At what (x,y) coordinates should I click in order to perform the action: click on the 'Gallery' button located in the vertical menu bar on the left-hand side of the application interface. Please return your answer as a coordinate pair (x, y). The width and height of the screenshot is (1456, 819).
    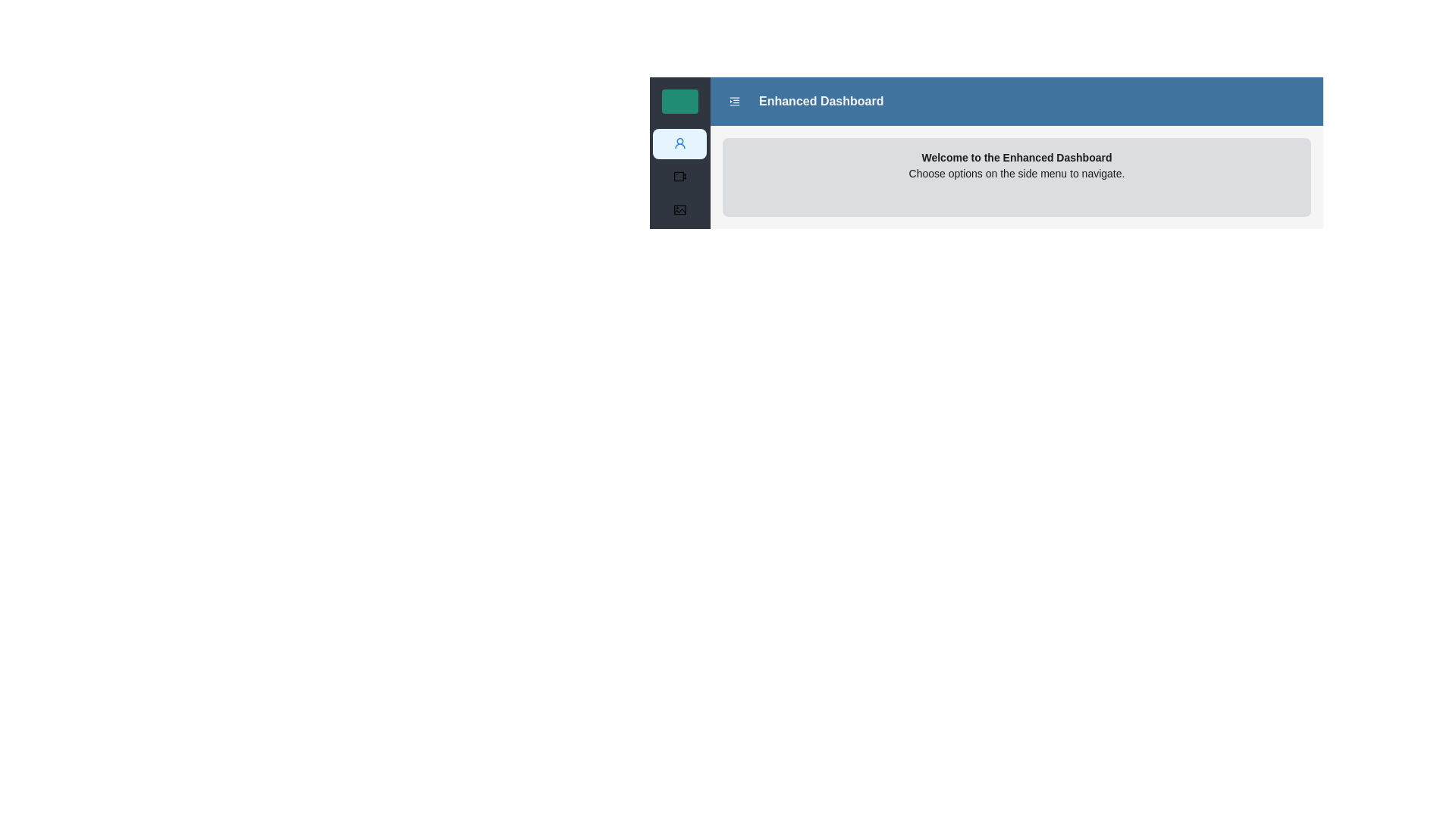
    Looking at the image, I should click on (679, 210).